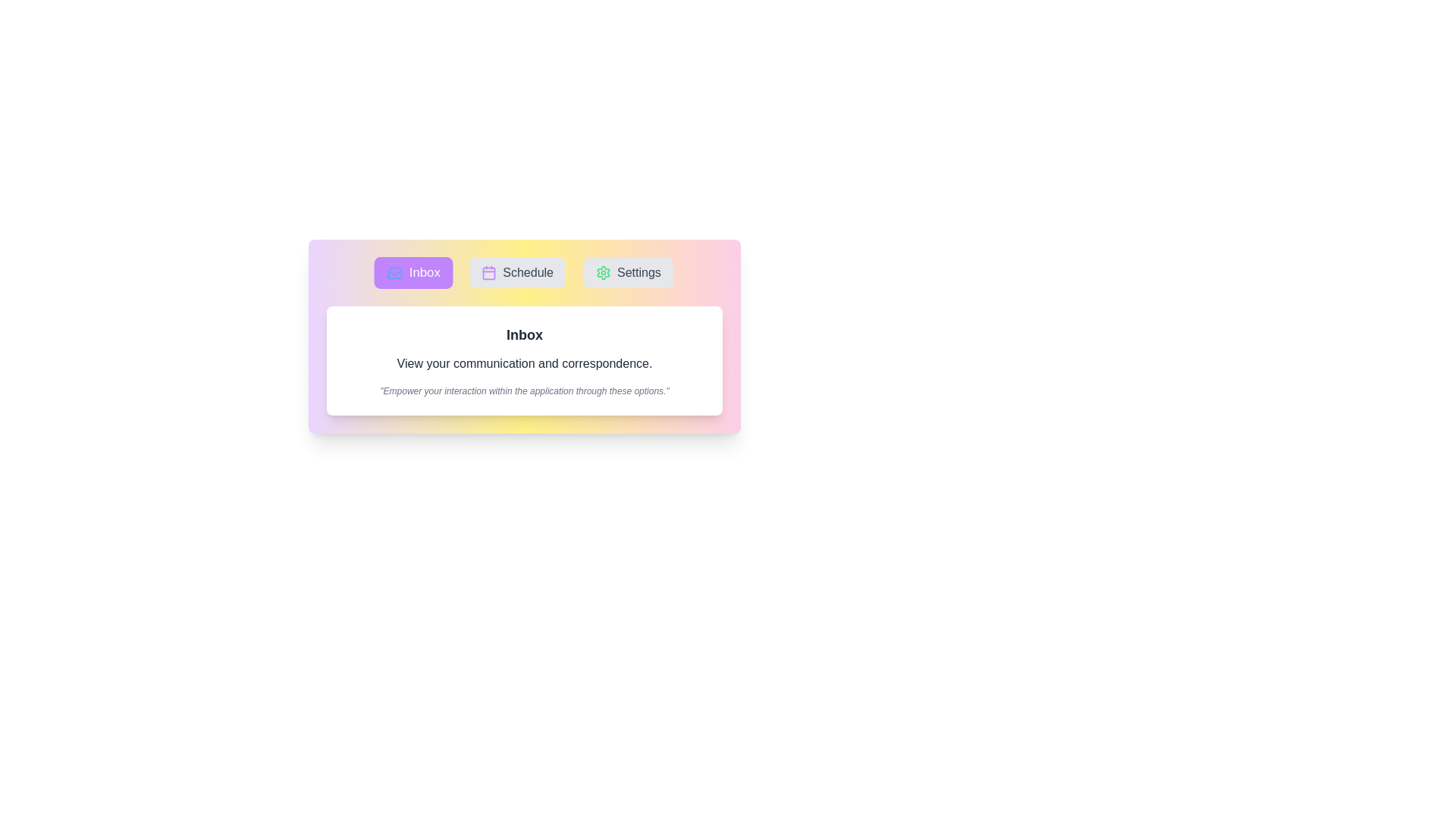 The height and width of the screenshot is (819, 1456). I want to click on the tab button labeled Settings, so click(628, 271).